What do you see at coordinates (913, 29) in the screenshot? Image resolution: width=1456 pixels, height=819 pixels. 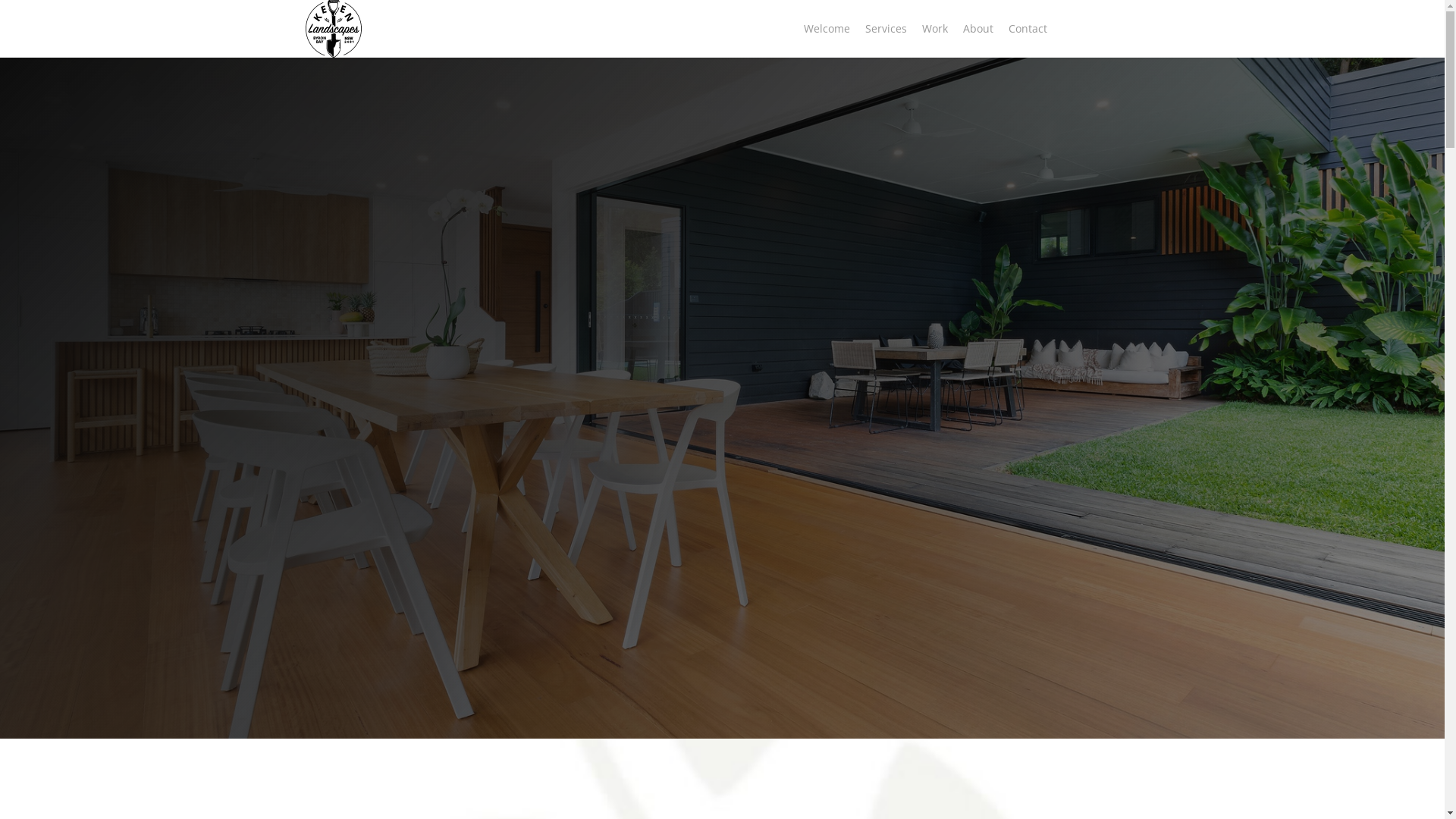 I see `'Work'` at bounding box center [913, 29].